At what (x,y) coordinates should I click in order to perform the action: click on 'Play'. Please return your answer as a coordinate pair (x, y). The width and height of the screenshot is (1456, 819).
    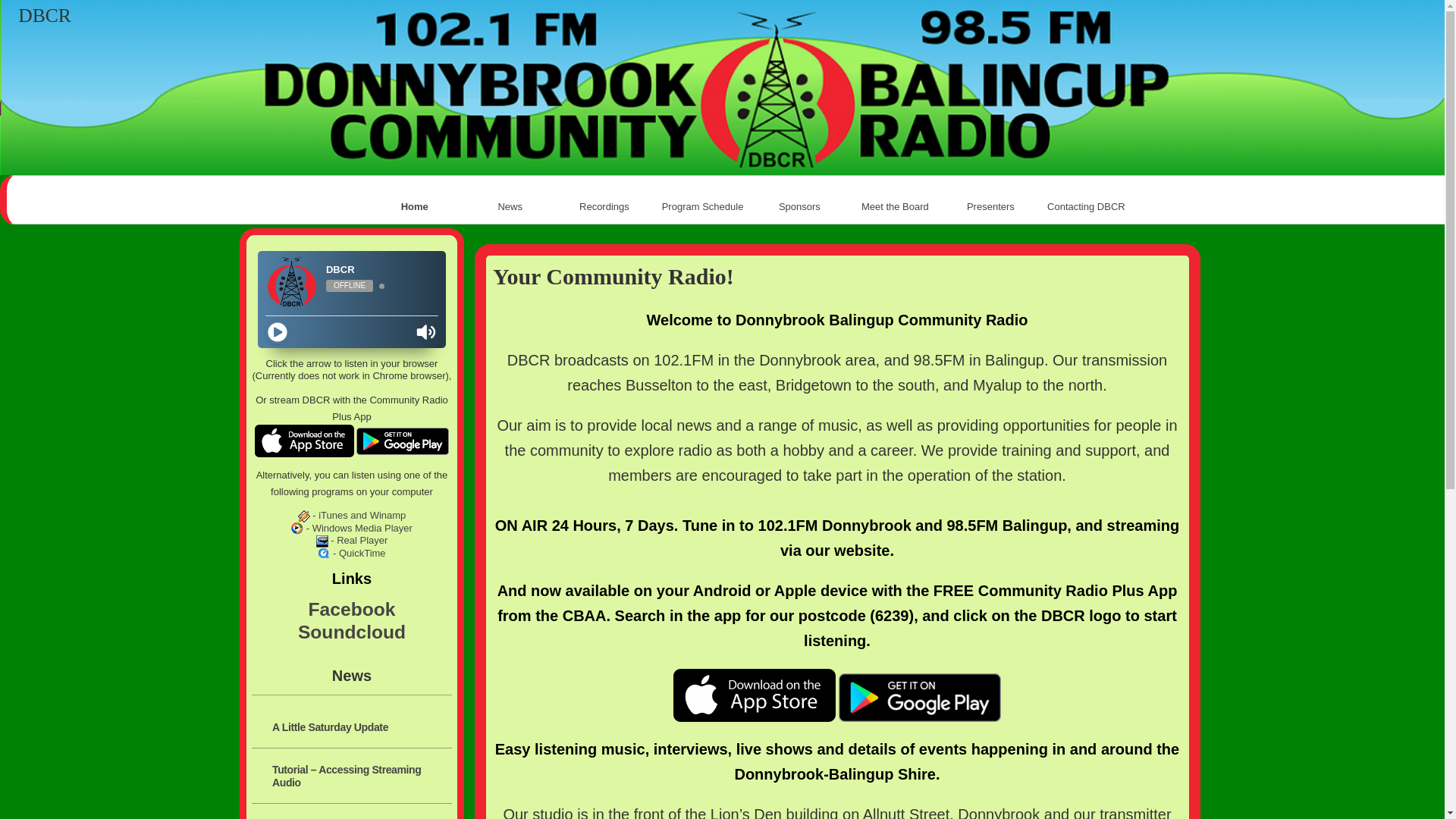
    Looking at the image, I should click on (277, 331).